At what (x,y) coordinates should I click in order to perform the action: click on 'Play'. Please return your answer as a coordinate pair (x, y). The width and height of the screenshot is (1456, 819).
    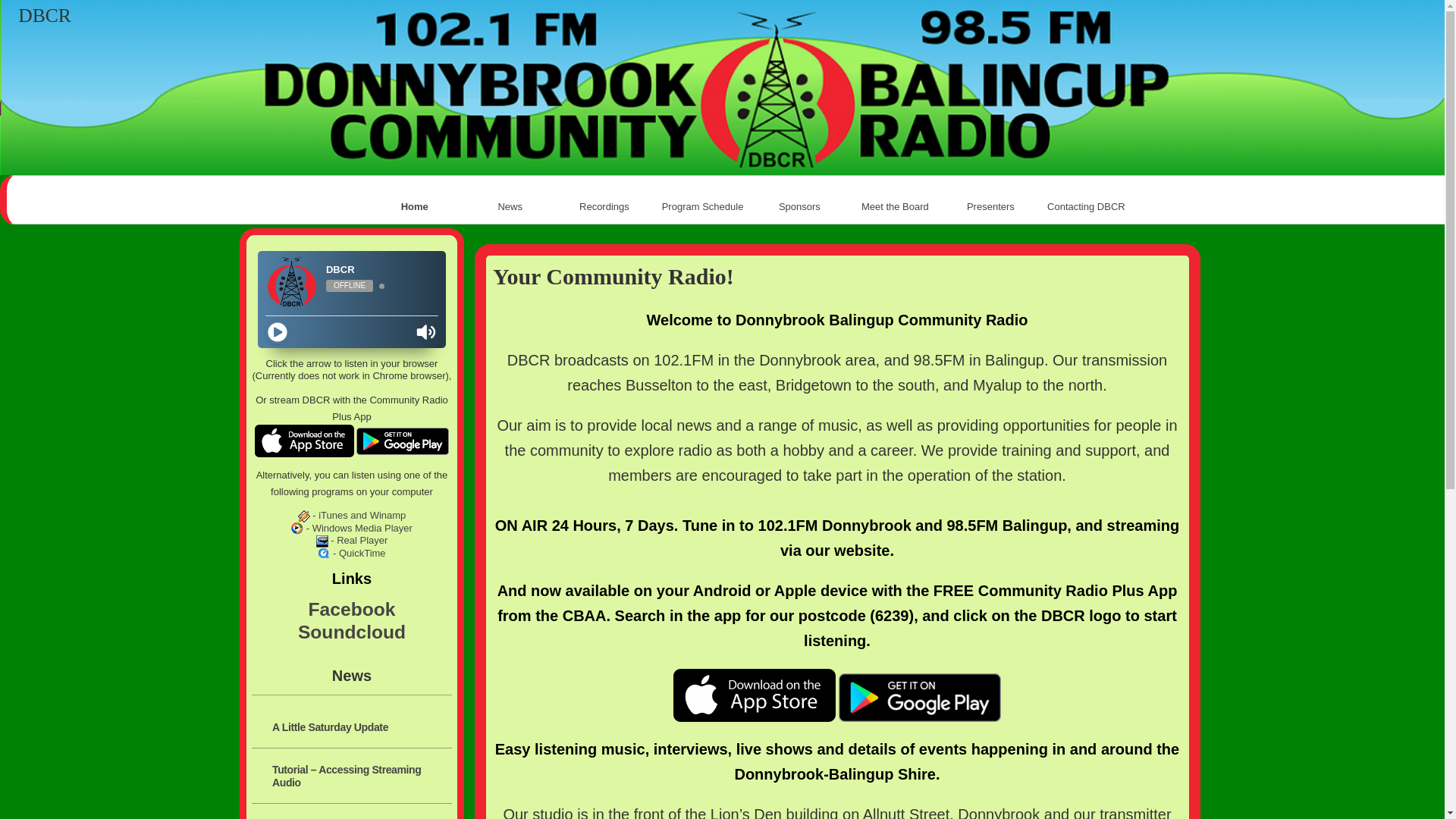
    Looking at the image, I should click on (277, 331).